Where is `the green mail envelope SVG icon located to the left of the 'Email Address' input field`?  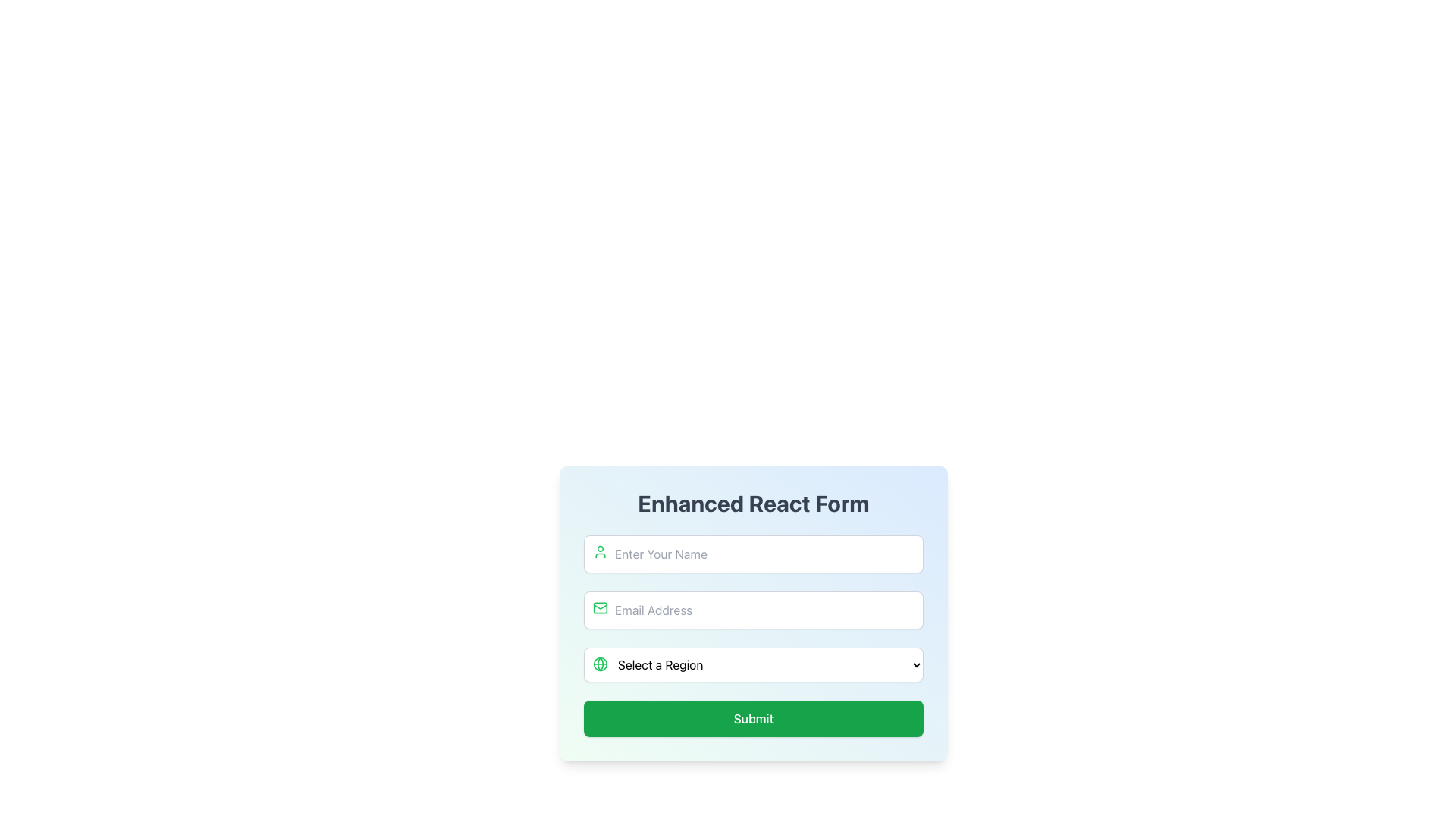 the green mail envelope SVG icon located to the left of the 'Email Address' input field is located at coordinates (600, 607).